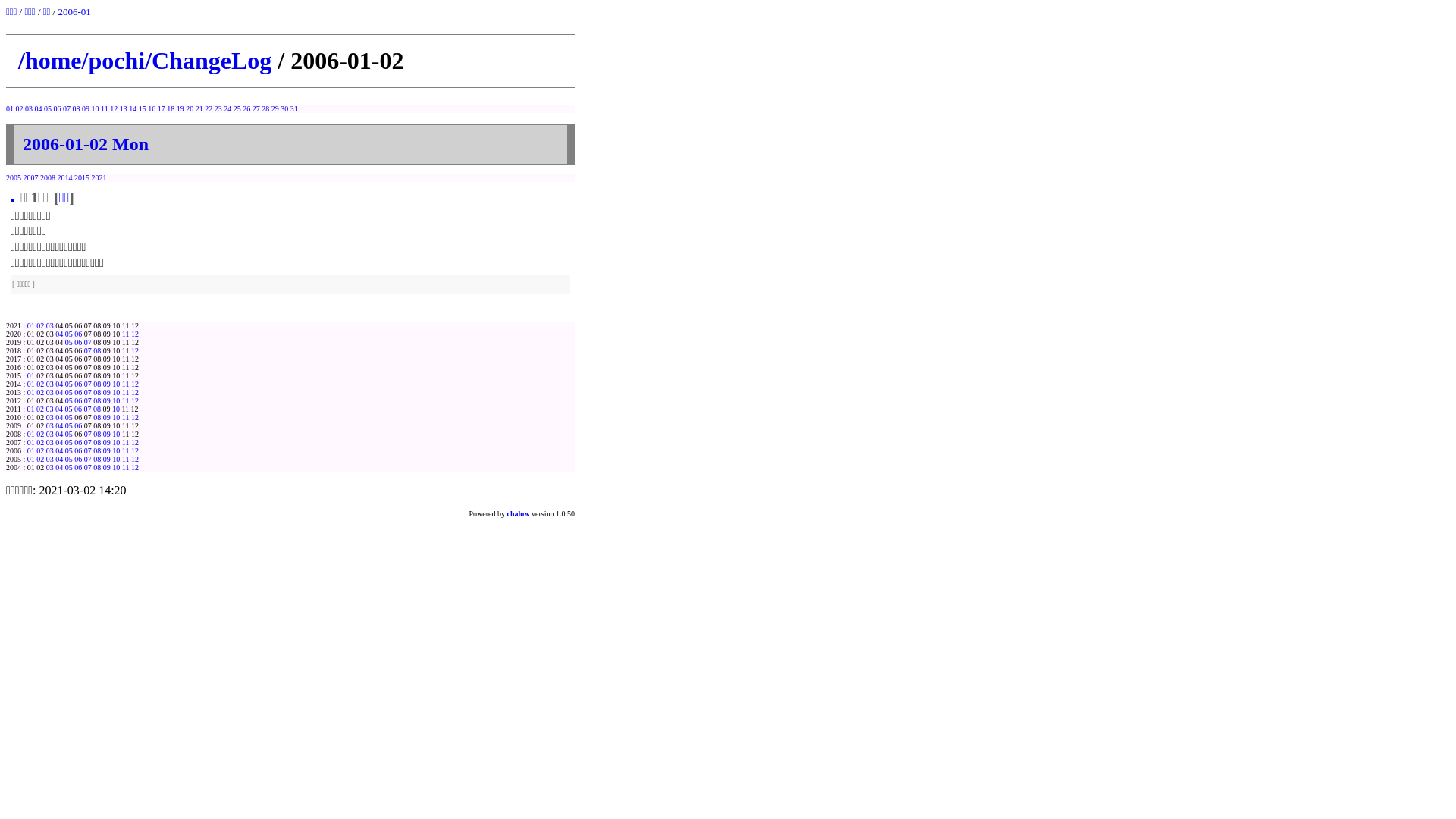  I want to click on '07', so click(86, 383).